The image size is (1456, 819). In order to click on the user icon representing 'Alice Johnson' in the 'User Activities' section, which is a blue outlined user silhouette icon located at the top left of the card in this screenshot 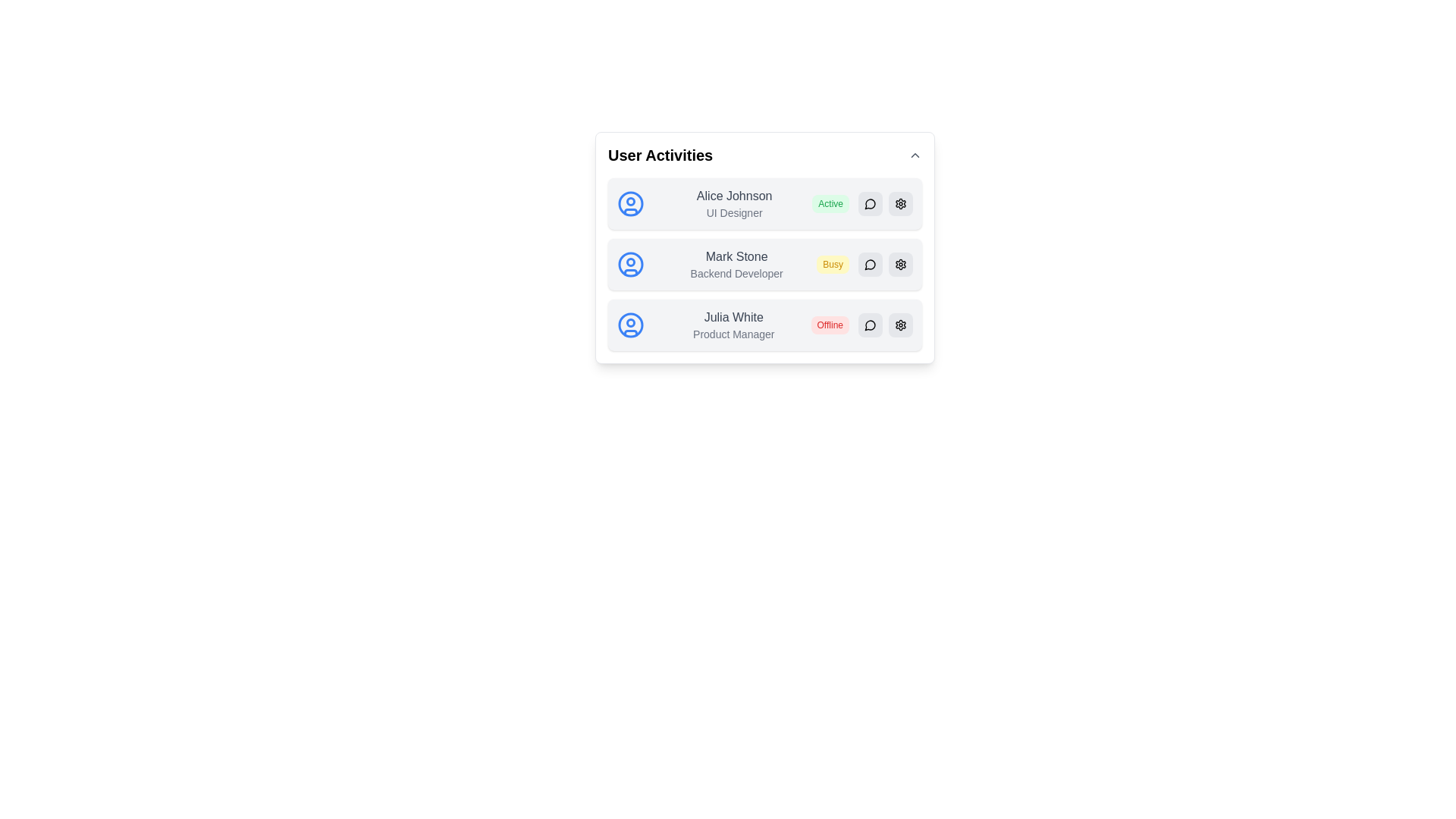, I will do `click(630, 203)`.